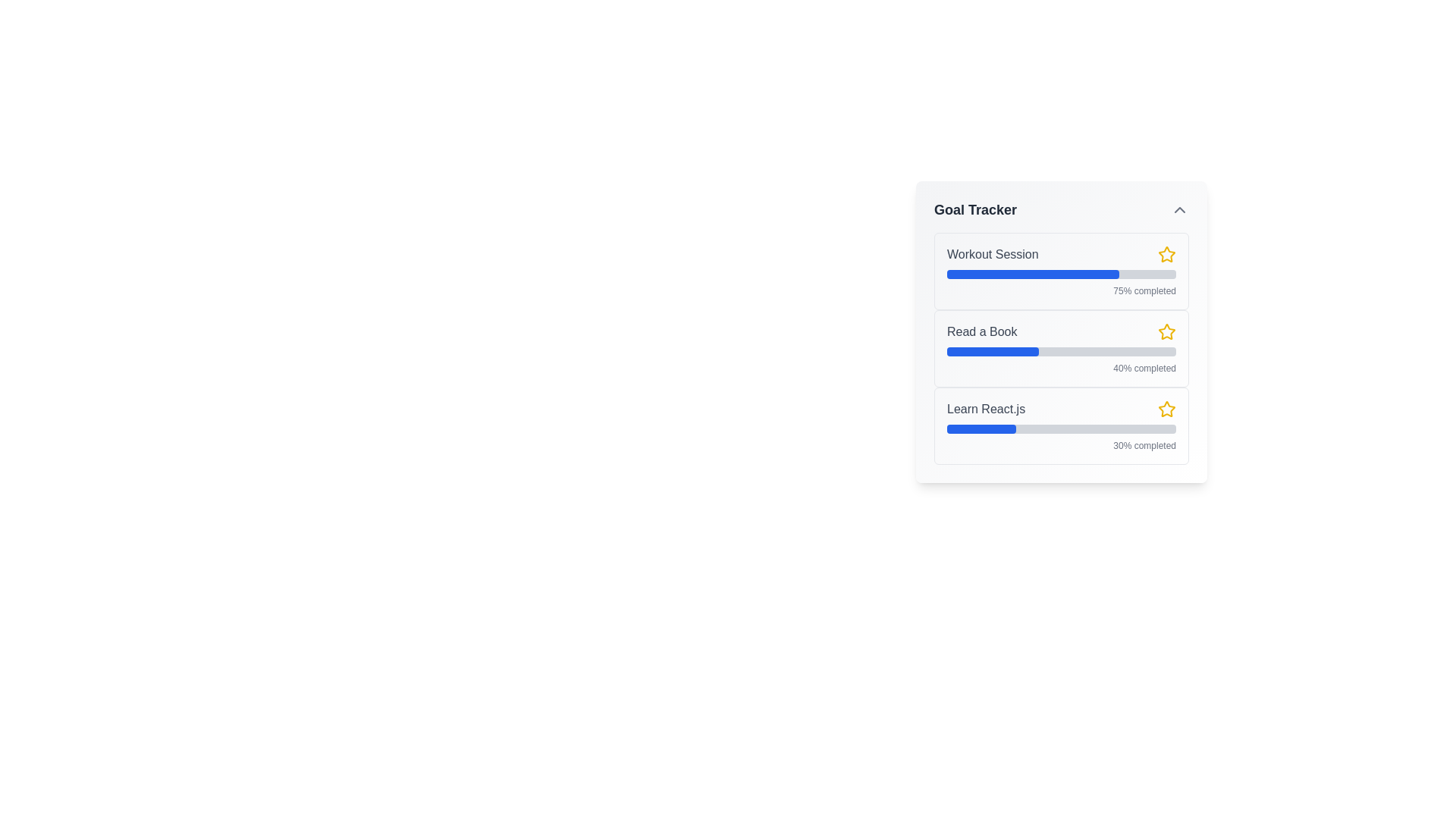 The image size is (1456, 819). What do you see at coordinates (1178, 210) in the screenshot?
I see `the button in the top-right corner of the 'Goal Tracker' section, which triggers a collapsing or minimizing action for that section` at bounding box center [1178, 210].